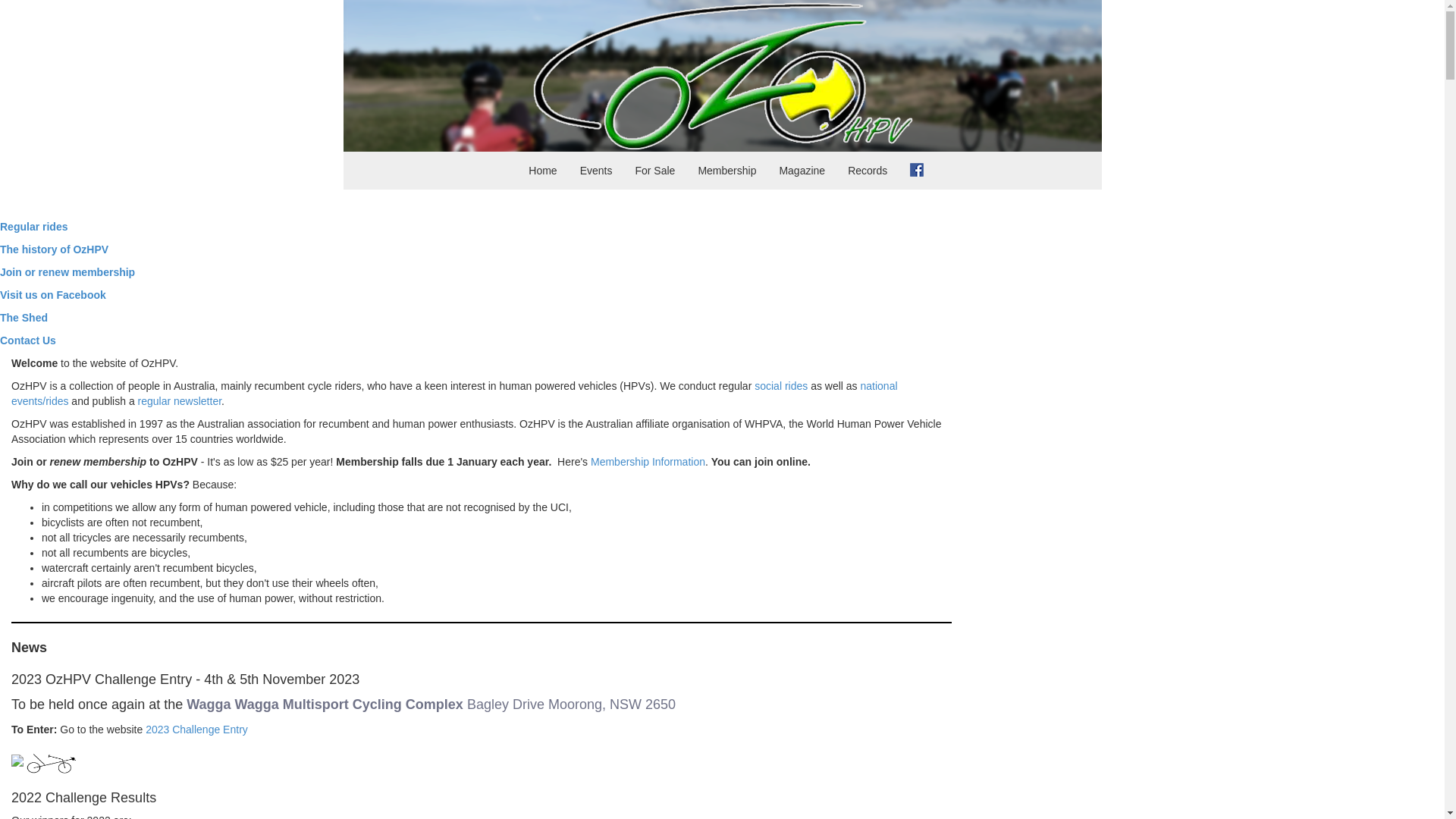  I want to click on 'Membership Information', so click(648, 461).